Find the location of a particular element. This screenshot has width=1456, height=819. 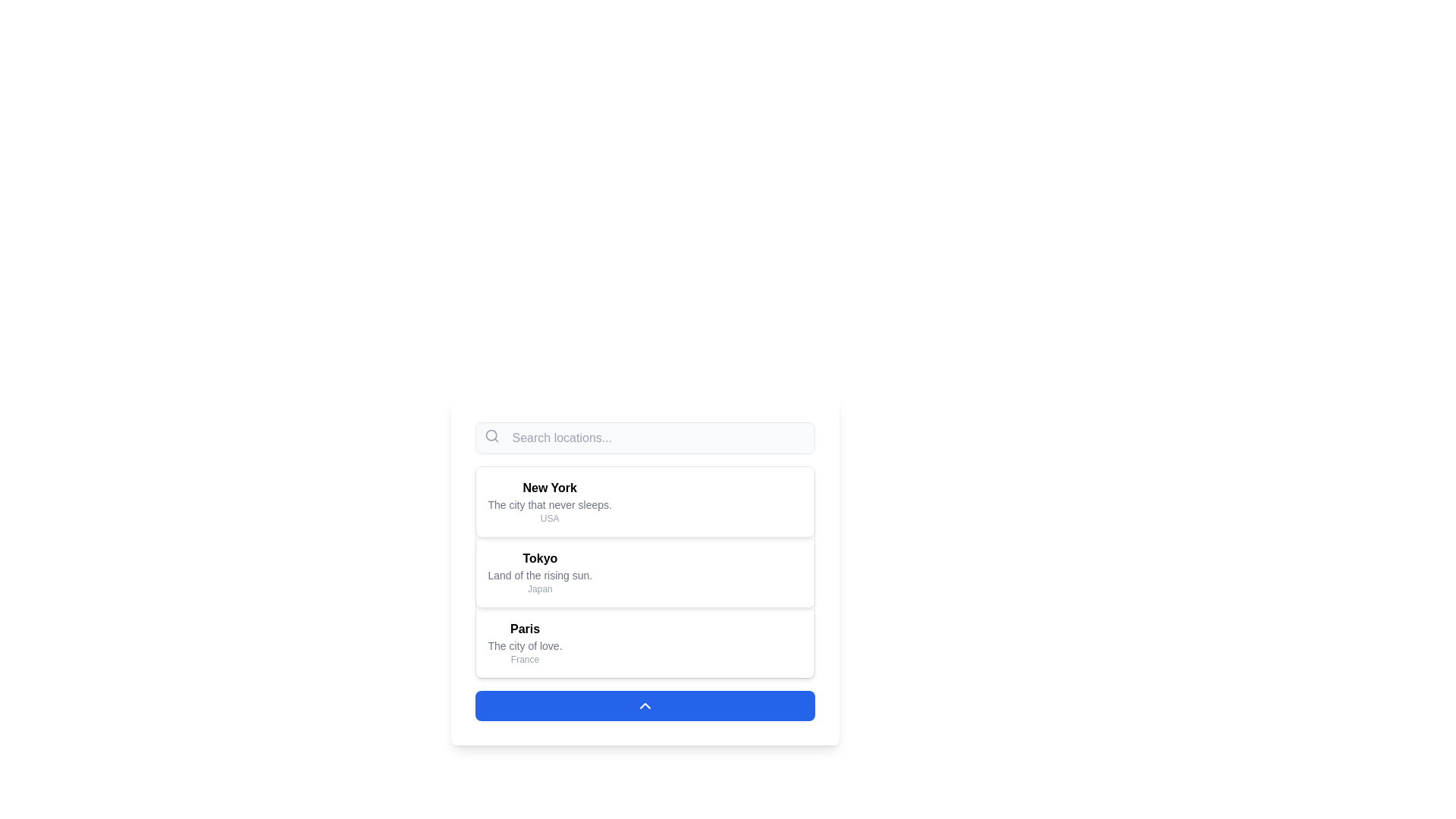

the 'New York' clickable card is located at coordinates (645, 502).